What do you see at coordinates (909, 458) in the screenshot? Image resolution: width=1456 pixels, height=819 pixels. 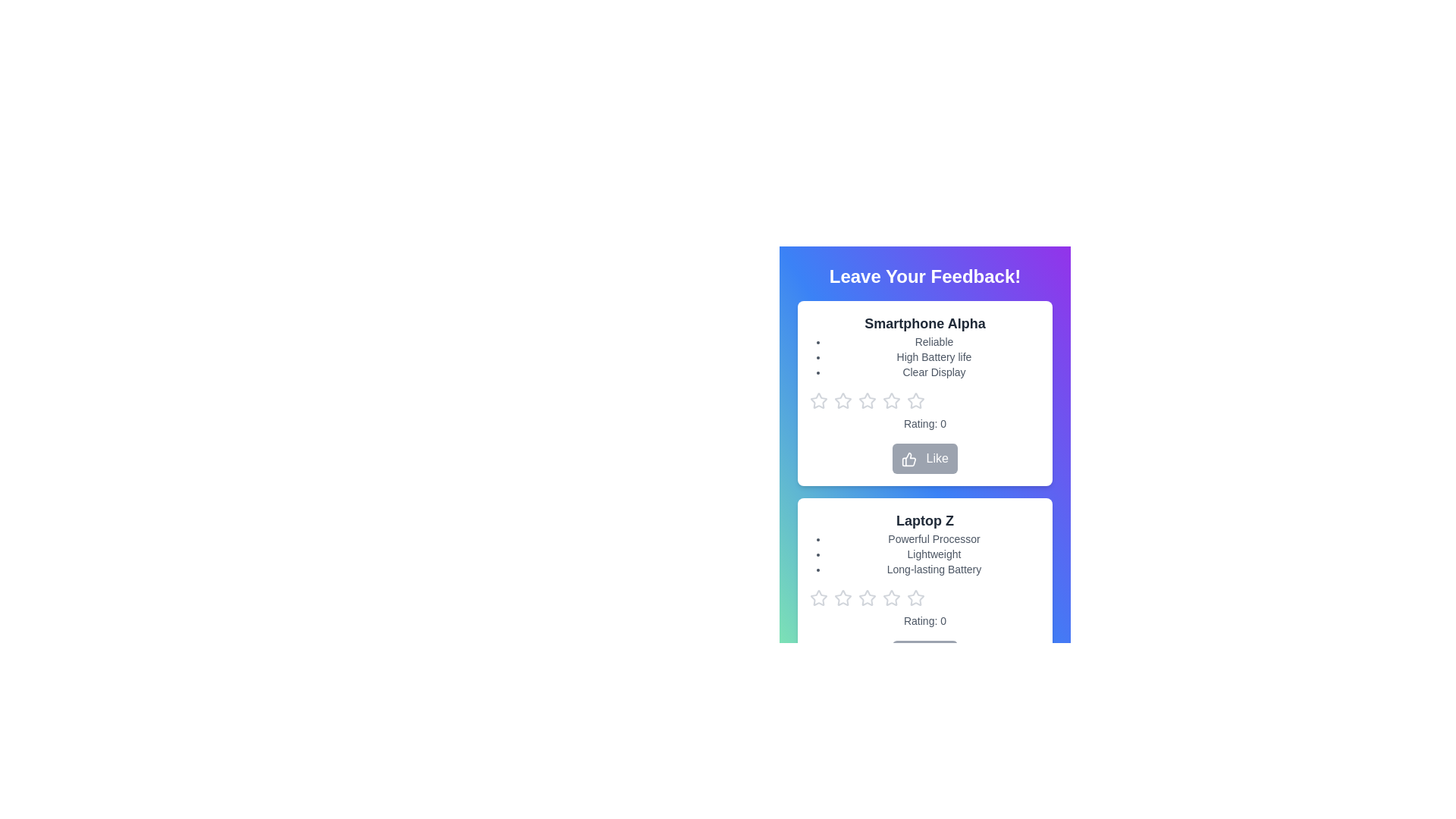 I see `the 'Like' button icon located within the first product card titled 'Smartphone Alpha', positioned to the left of the text 'Like'` at bounding box center [909, 458].